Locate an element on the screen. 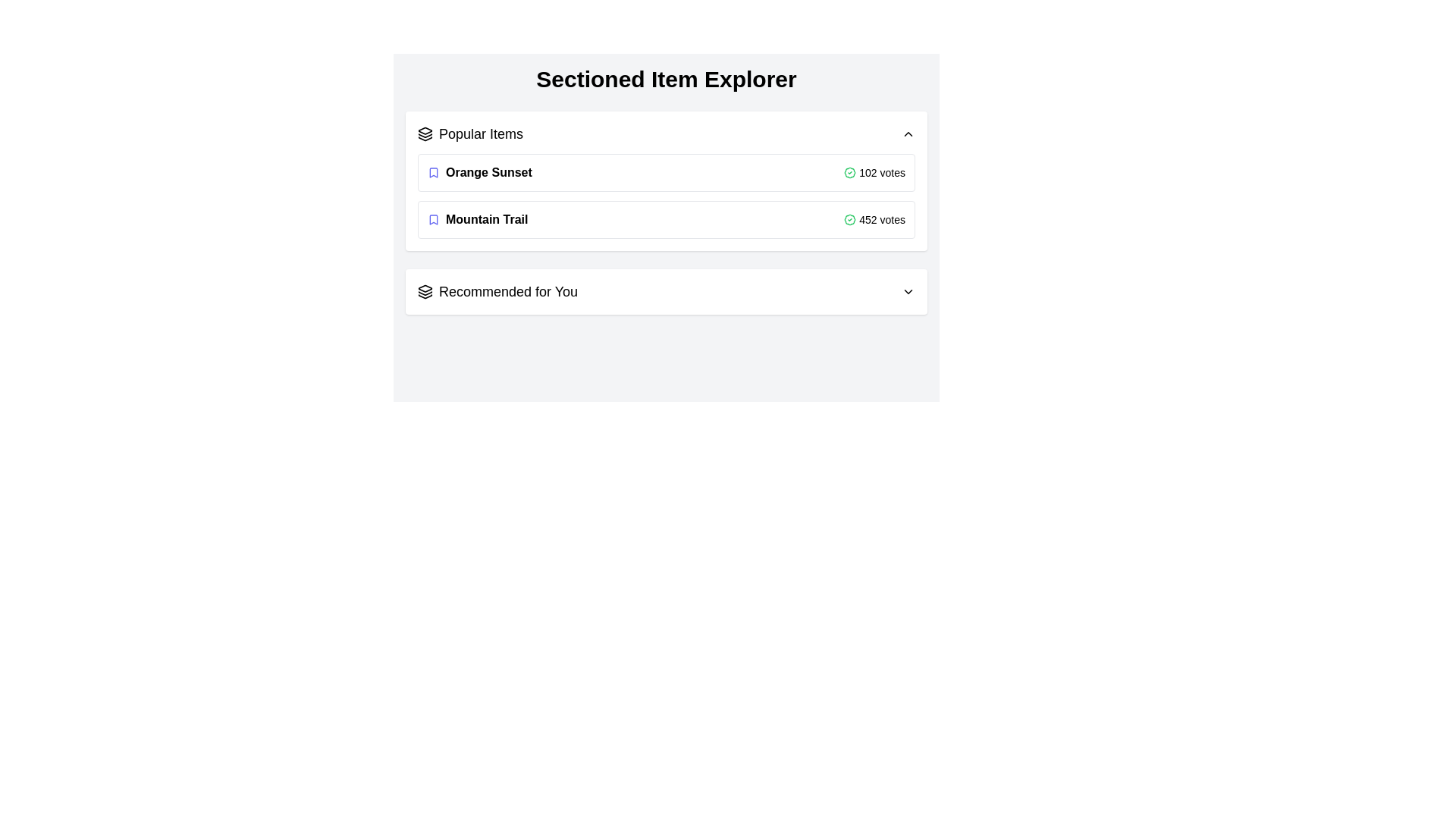 This screenshot has width=1456, height=819. the text label that says 'Recommended for You', which is positioned near the bottom of the list and styled with medium font weight is located at coordinates (497, 292).